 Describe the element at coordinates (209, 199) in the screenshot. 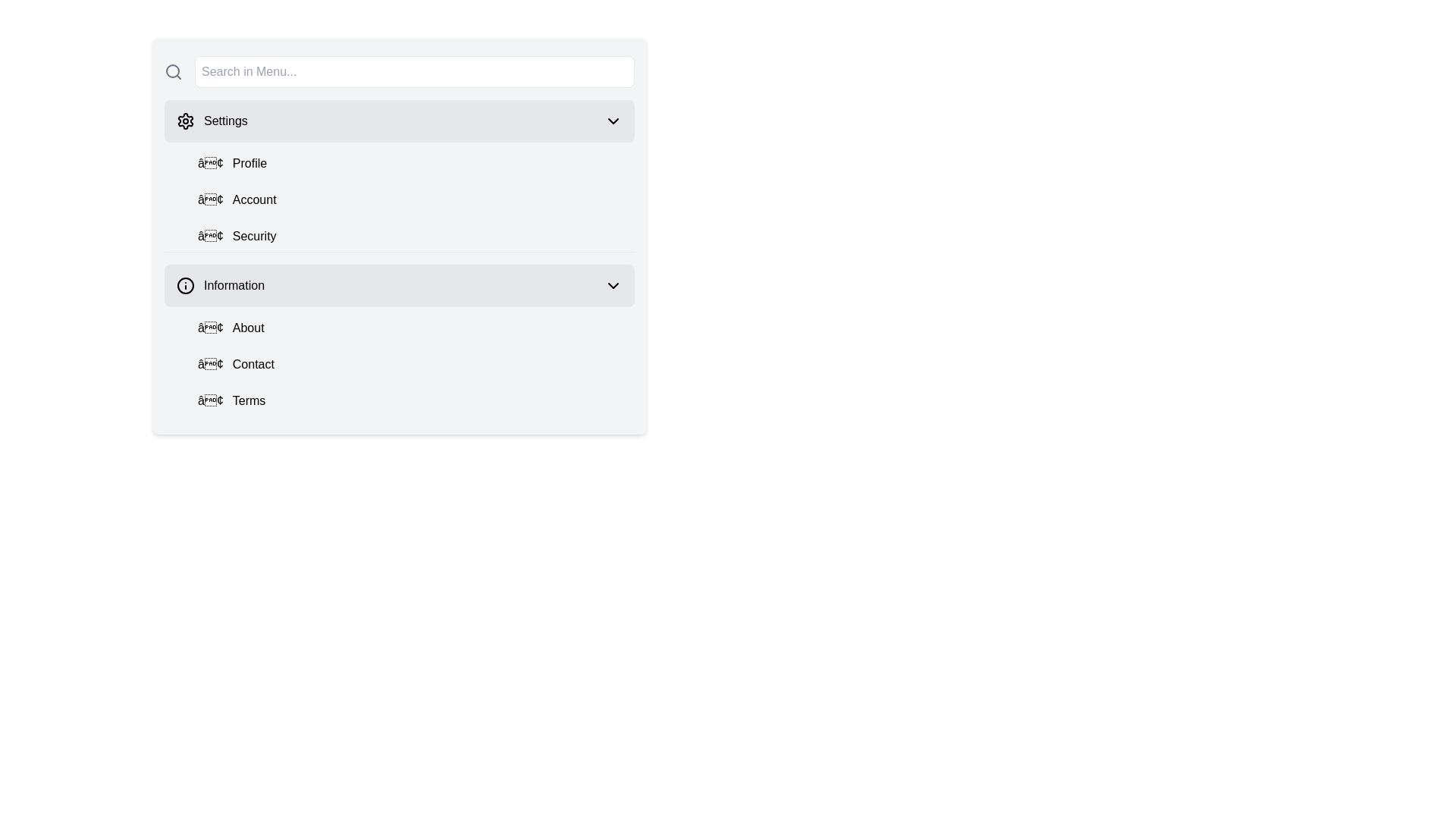

I see `the decorative icon located inside the vertical navigation menu, adjacent to the text 'Account'` at that location.